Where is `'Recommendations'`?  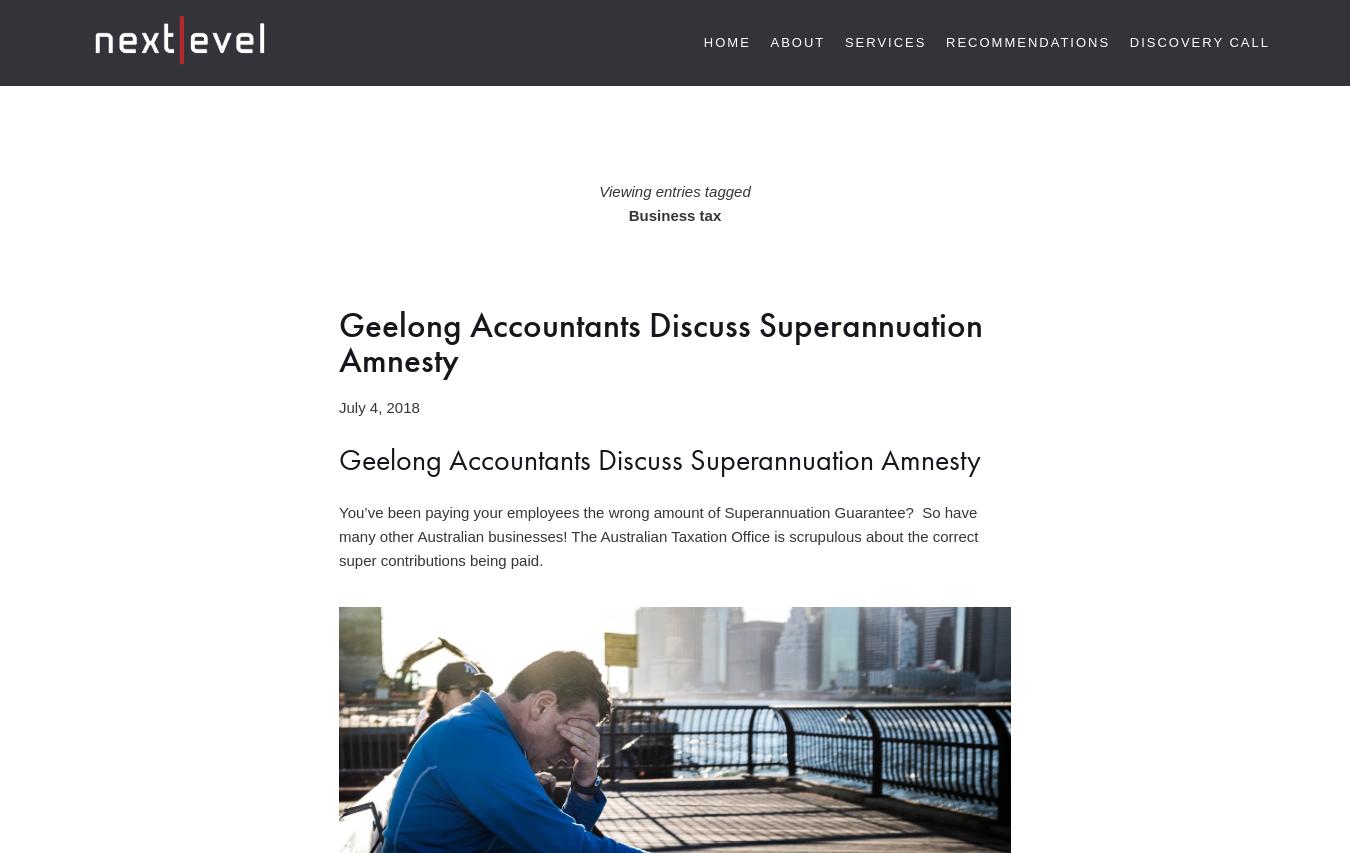
'Recommendations' is located at coordinates (944, 41).